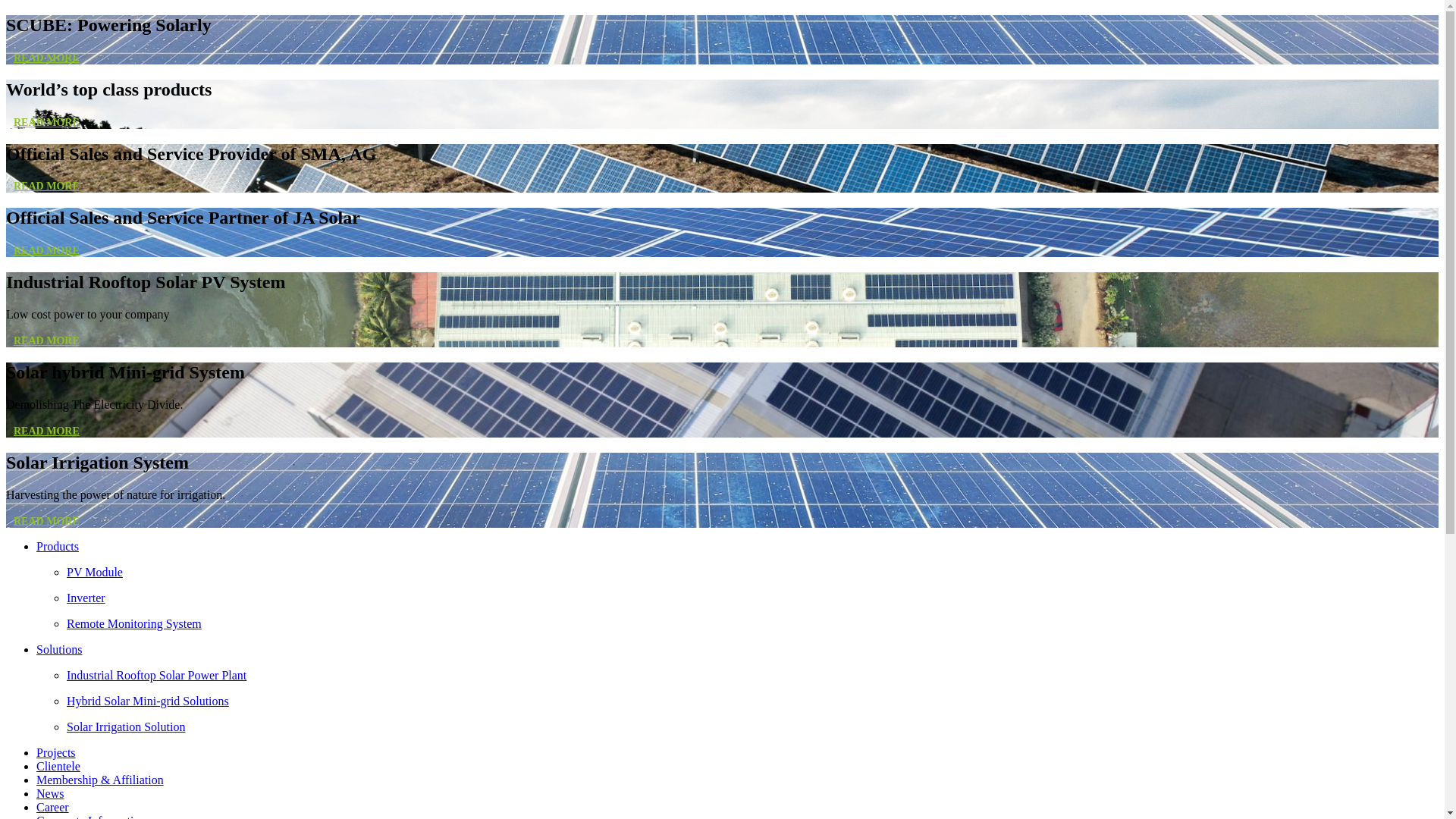 The width and height of the screenshot is (1456, 819). What do you see at coordinates (46, 431) in the screenshot?
I see `'READ MORE'` at bounding box center [46, 431].